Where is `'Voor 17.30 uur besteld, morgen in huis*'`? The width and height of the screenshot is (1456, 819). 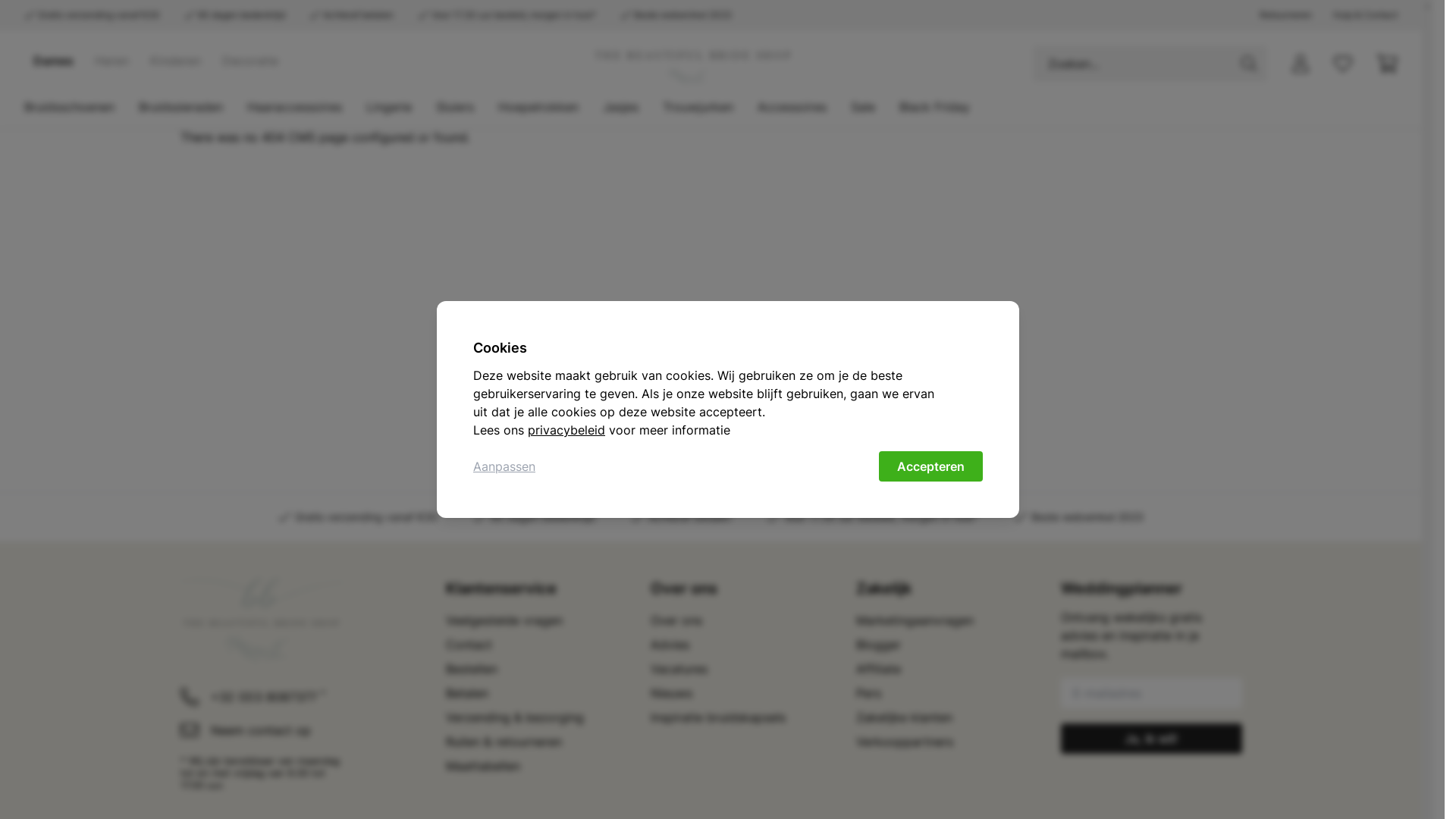 'Voor 17.30 uur besteld, morgen in huis*' is located at coordinates (873, 516).